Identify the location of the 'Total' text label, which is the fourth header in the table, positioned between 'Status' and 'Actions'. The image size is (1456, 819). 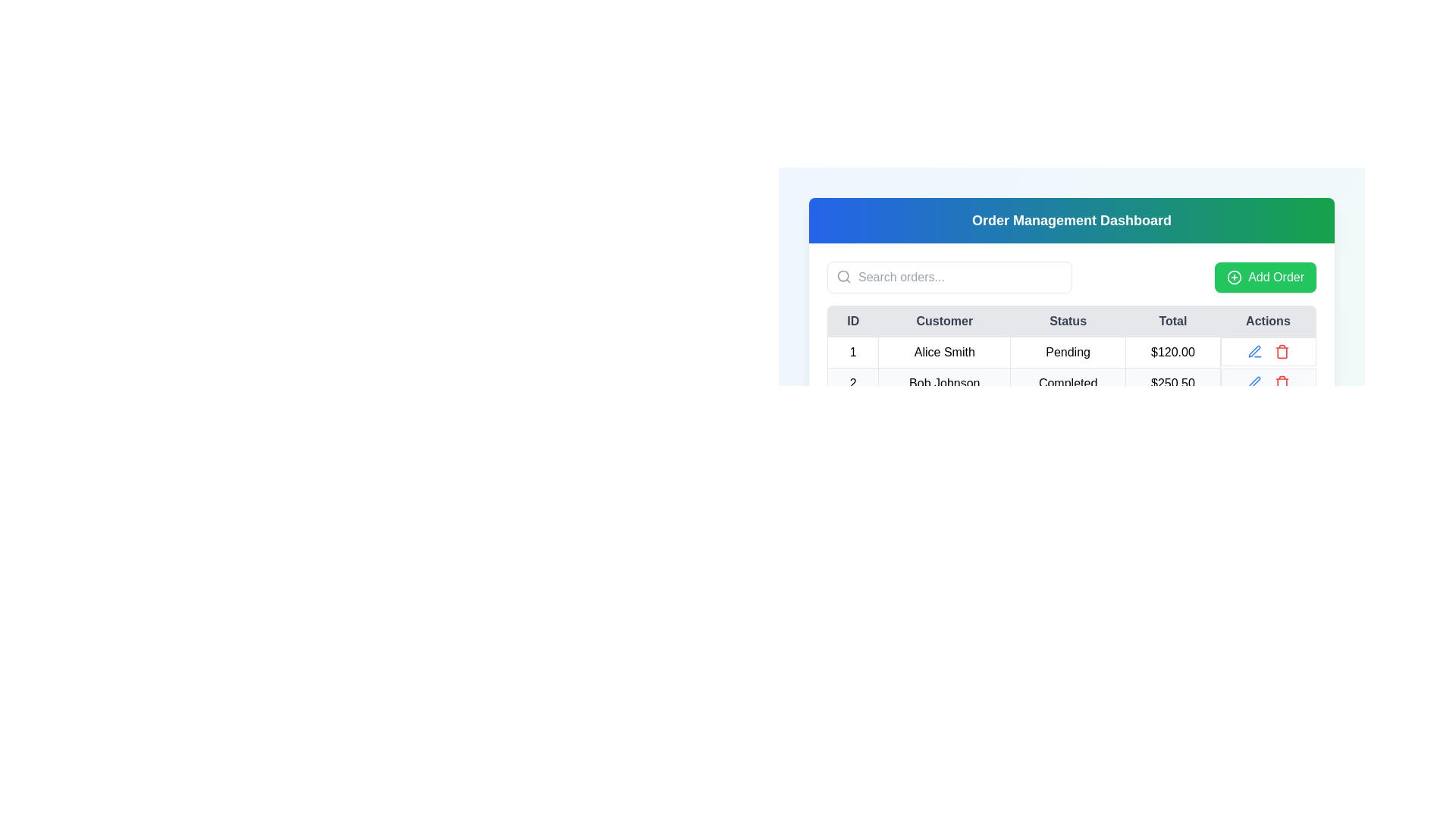
(1172, 321).